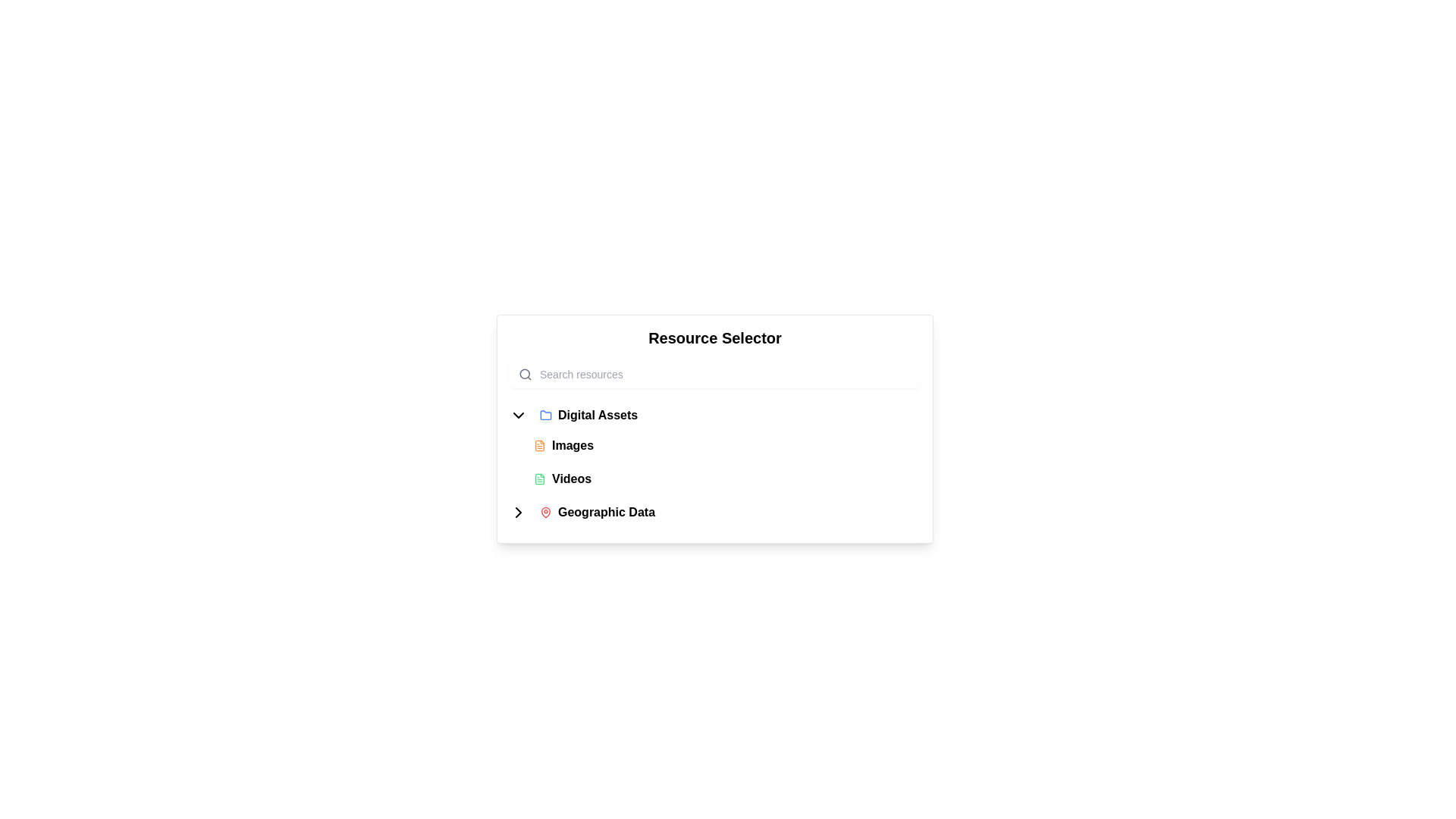  I want to click on the icon representing the geographic data resource option located next to the 'Geographic Data' label in the navigation menu to read its associated label, so click(546, 512).